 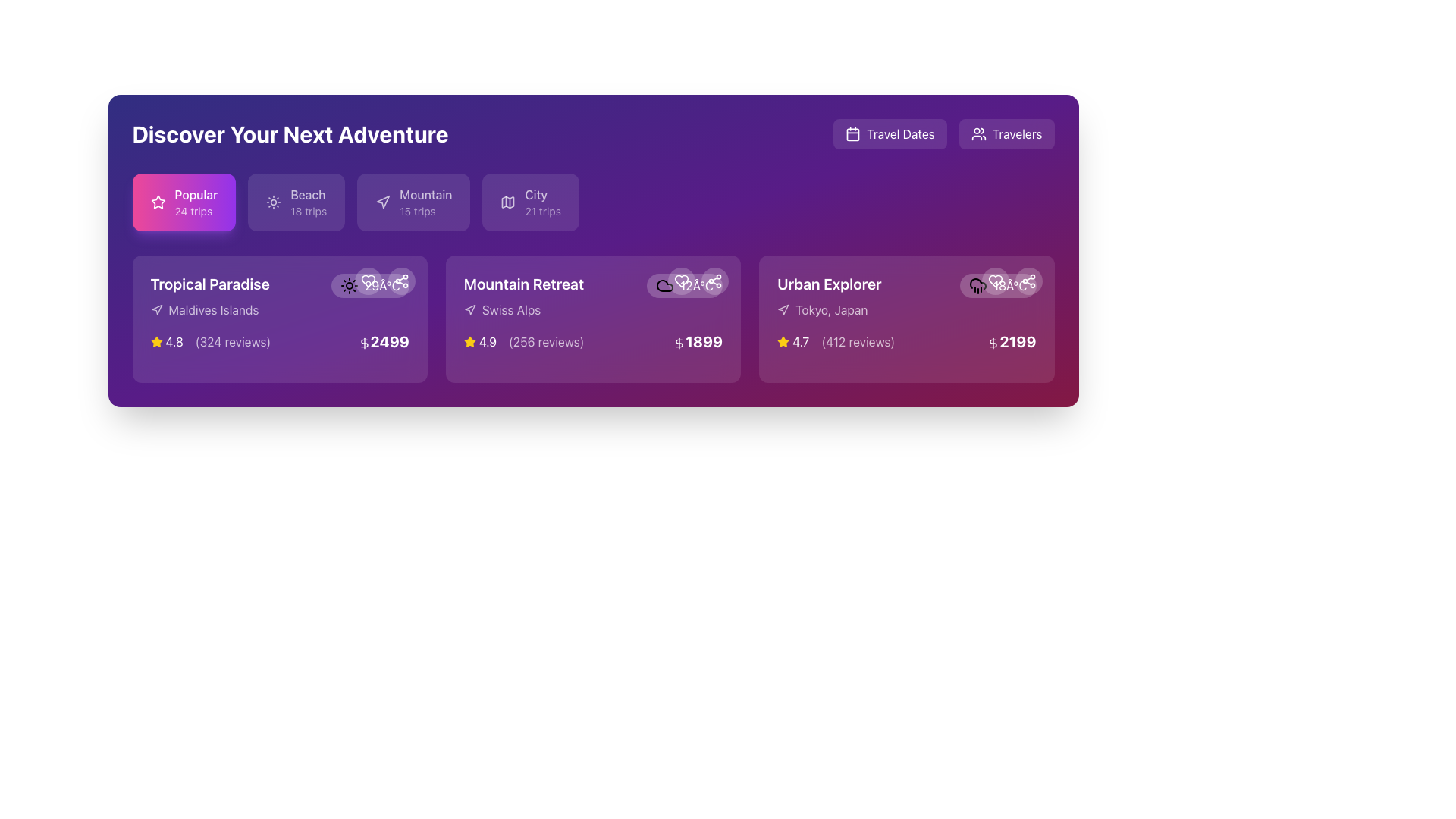 What do you see at coordinates (368, 281) in the screenshot?
I see `the hollow heart icon positioned above the price value in the first card ('Tropical Paradise')` at bounding box center [368, 281].